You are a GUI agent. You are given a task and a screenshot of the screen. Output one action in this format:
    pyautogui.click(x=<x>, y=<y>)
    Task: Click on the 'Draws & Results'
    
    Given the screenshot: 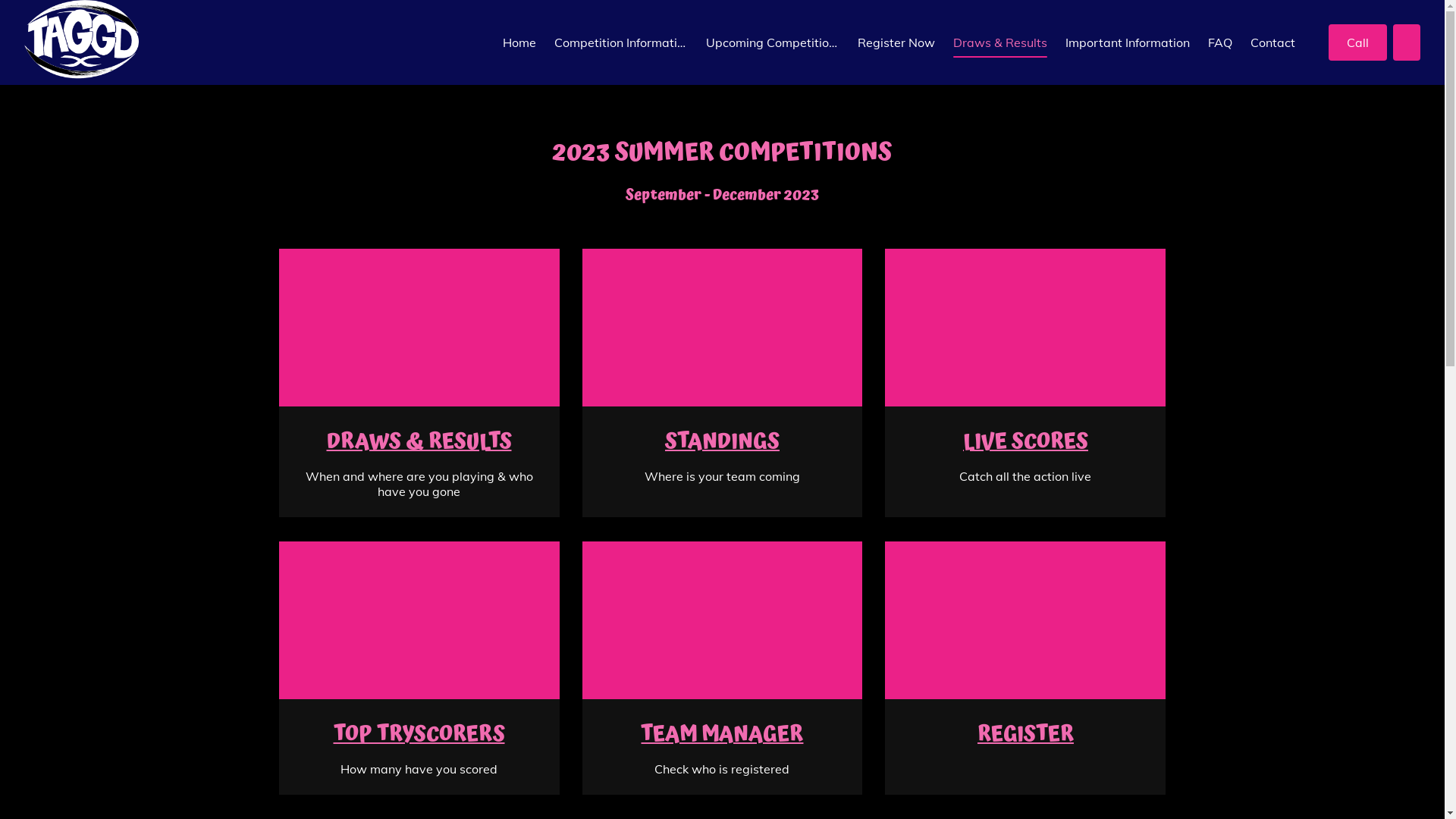 What is the action you would take?
    pyautogui.click(x=1000, y=42)
    